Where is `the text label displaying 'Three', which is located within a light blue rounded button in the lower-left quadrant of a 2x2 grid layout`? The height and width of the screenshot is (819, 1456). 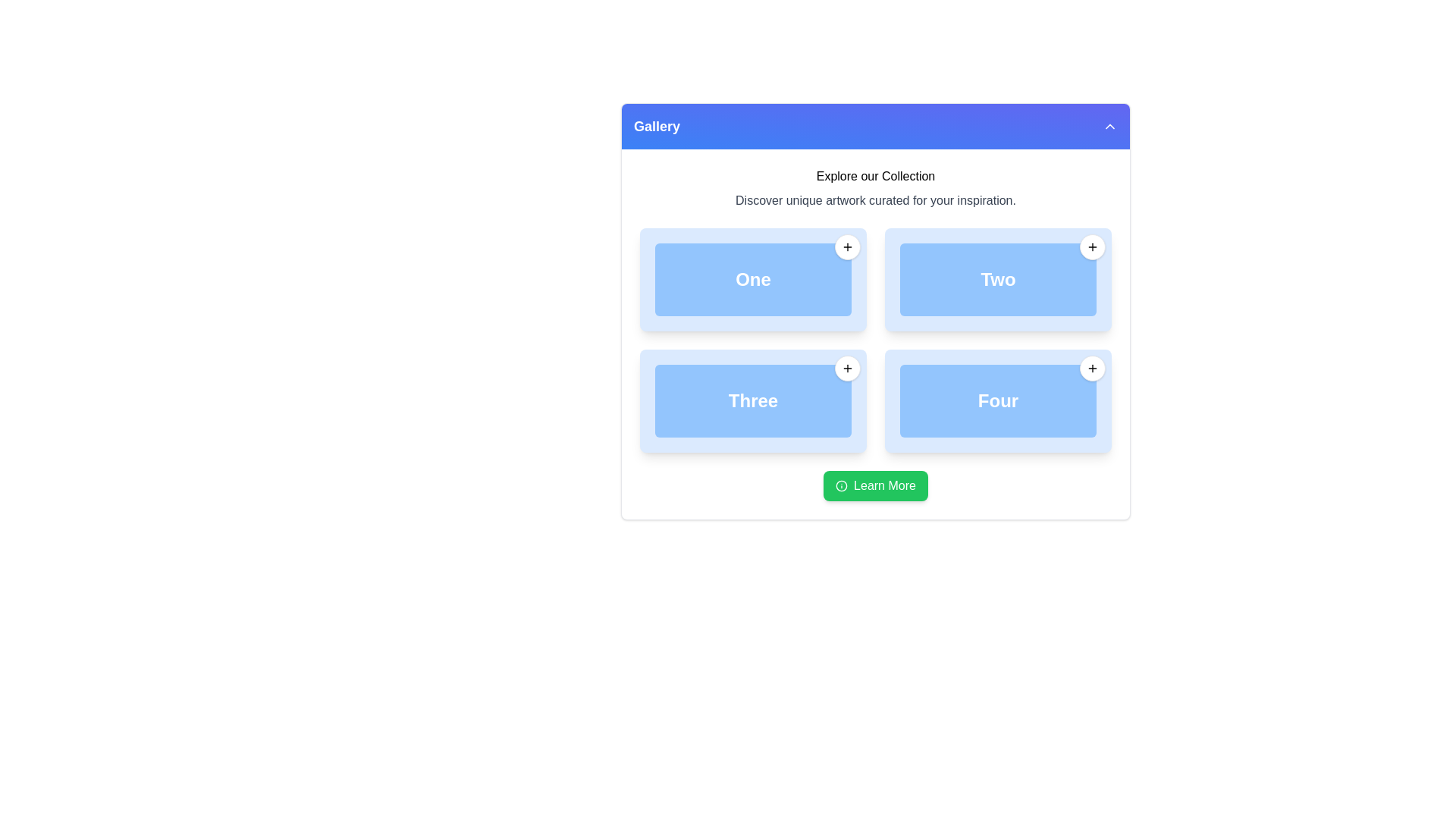
the text label displaying 'Three', which is located within a light blue rounded button in the lower-left quadrant of a 2x2 grid layout is located at coordinates (753, 400).